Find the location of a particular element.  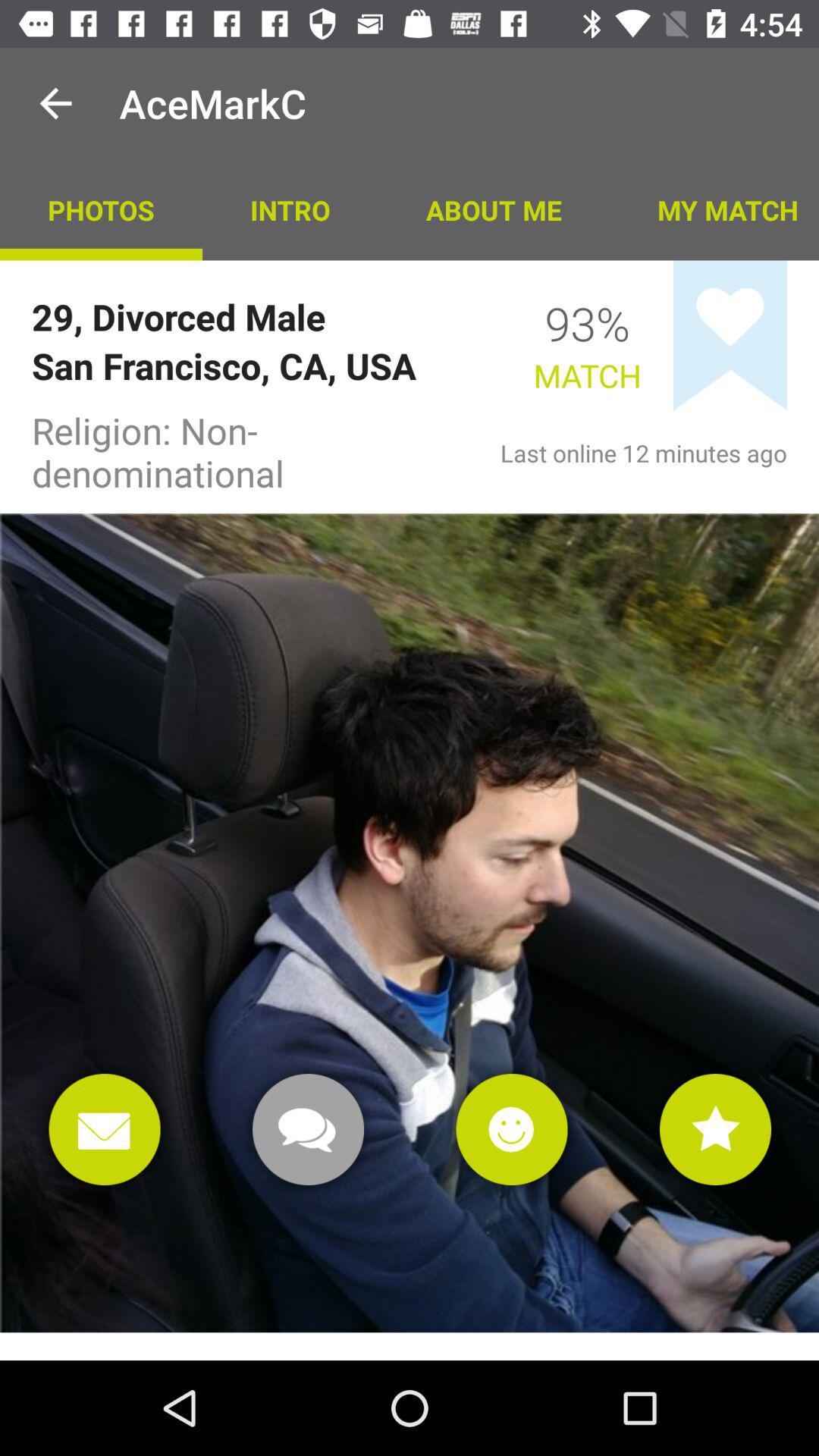

switch favorite is located at coordinates (730, 334).